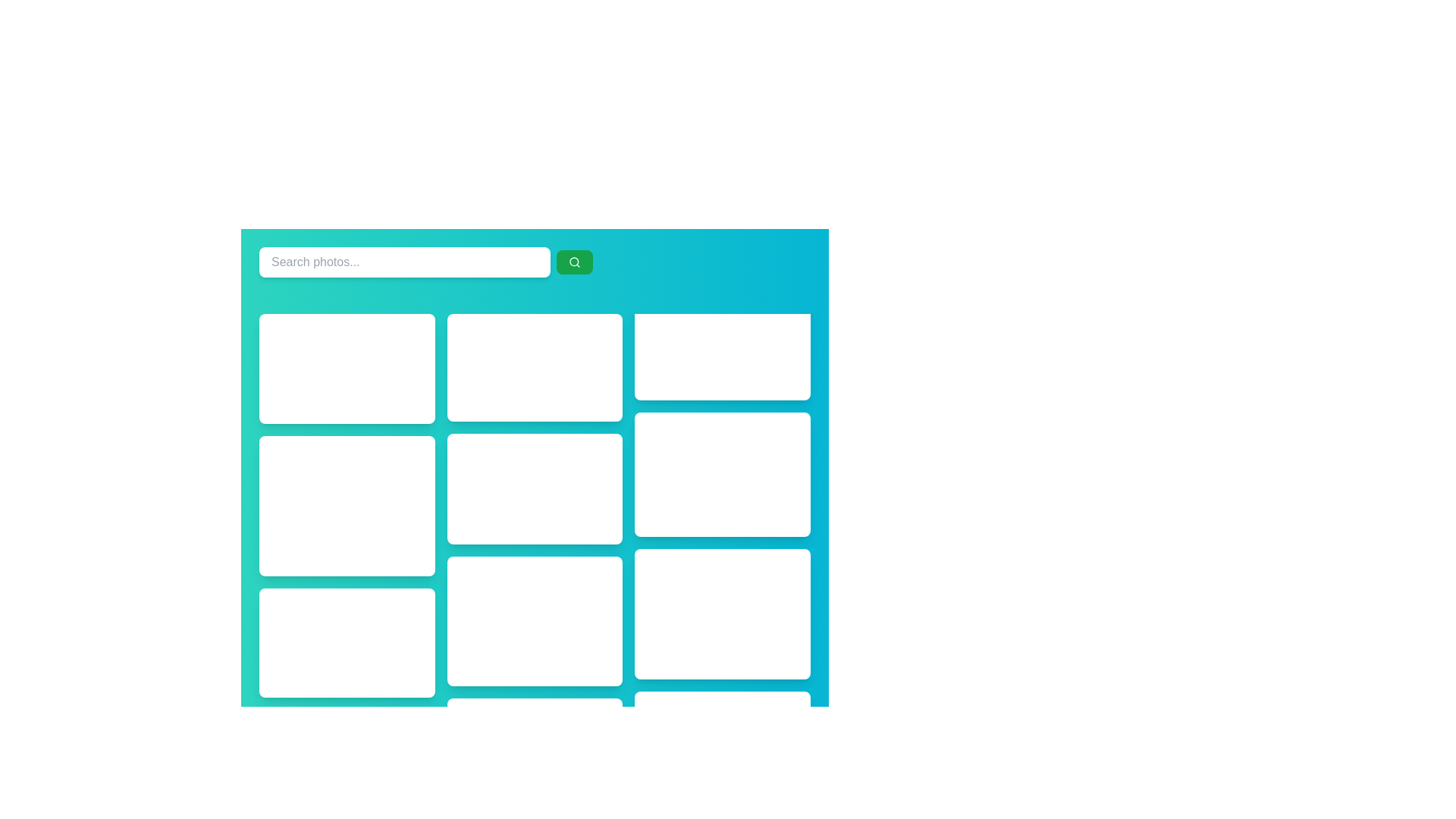  What do you see at coordinates (722, 614) in the screenshot?
I see `the Image card labeled 'Photo 11', which is a rectangular card with a white background and slightly rounded corners, located in the third column and fourth row of the grid layout` at bounding box center [722, 614].